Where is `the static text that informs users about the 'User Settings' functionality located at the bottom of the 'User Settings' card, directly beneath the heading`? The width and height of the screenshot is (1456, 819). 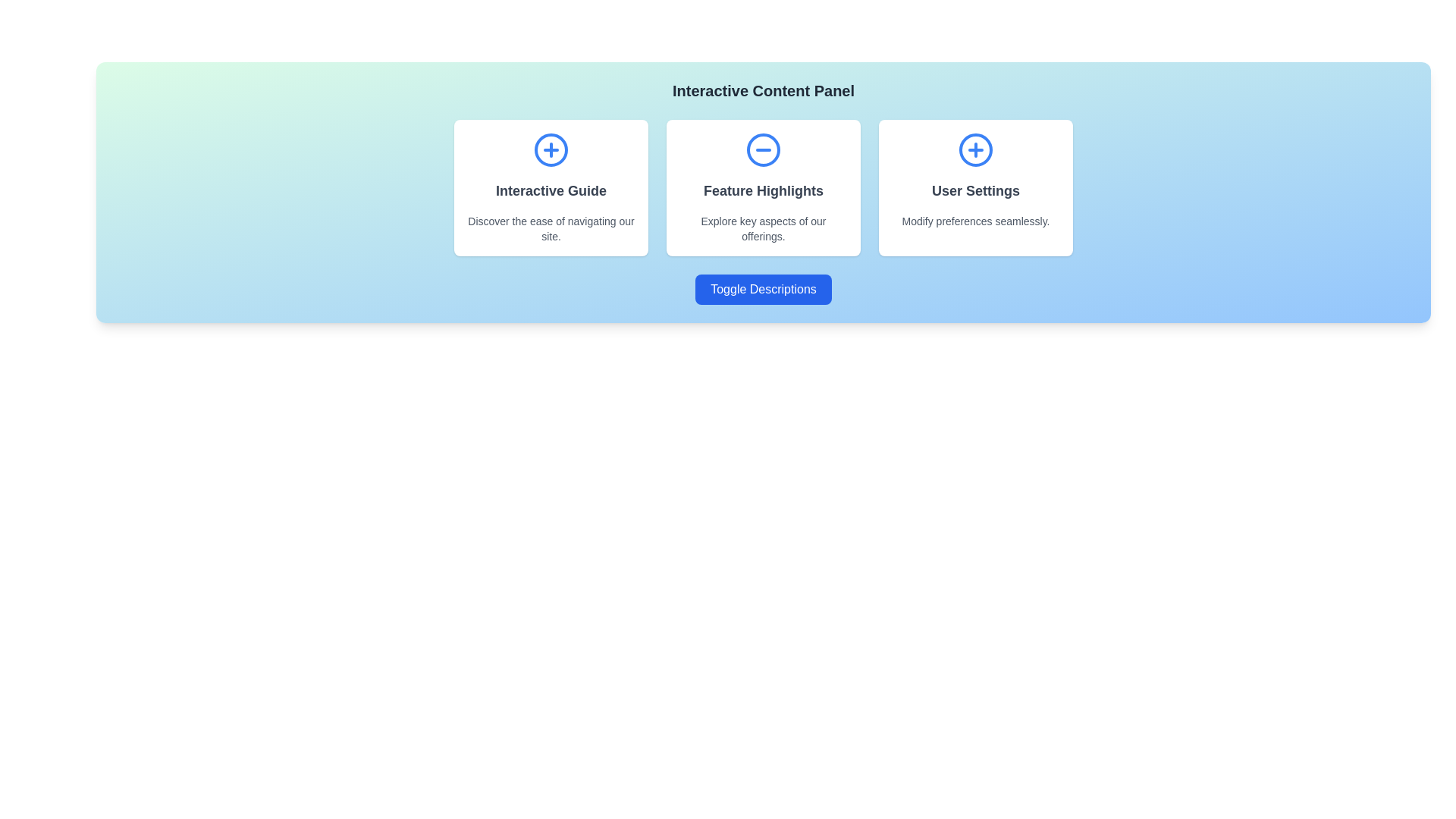
the static text that informs users about the 'User Settings' functionality located at the bottom of the 'User Settings' card, directly beneath the heading is located at coordinates (975, 221).